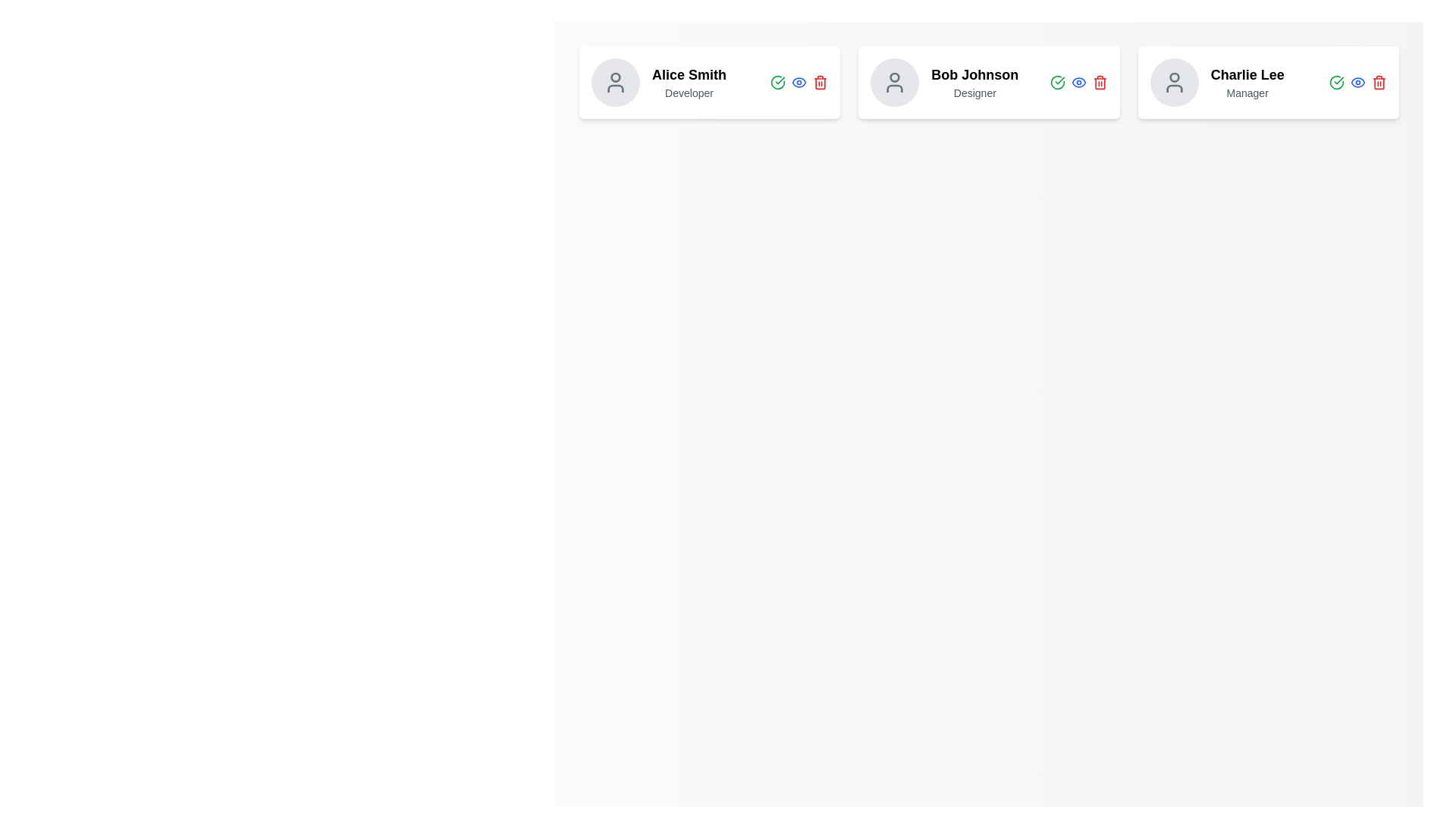 The height and width of the screenshot is (819, 1456). Describe the element at coordinates (1379, 83) in the screenshot. I see `the trash can icon located to the right of 'Charlie Lee'` at that location.